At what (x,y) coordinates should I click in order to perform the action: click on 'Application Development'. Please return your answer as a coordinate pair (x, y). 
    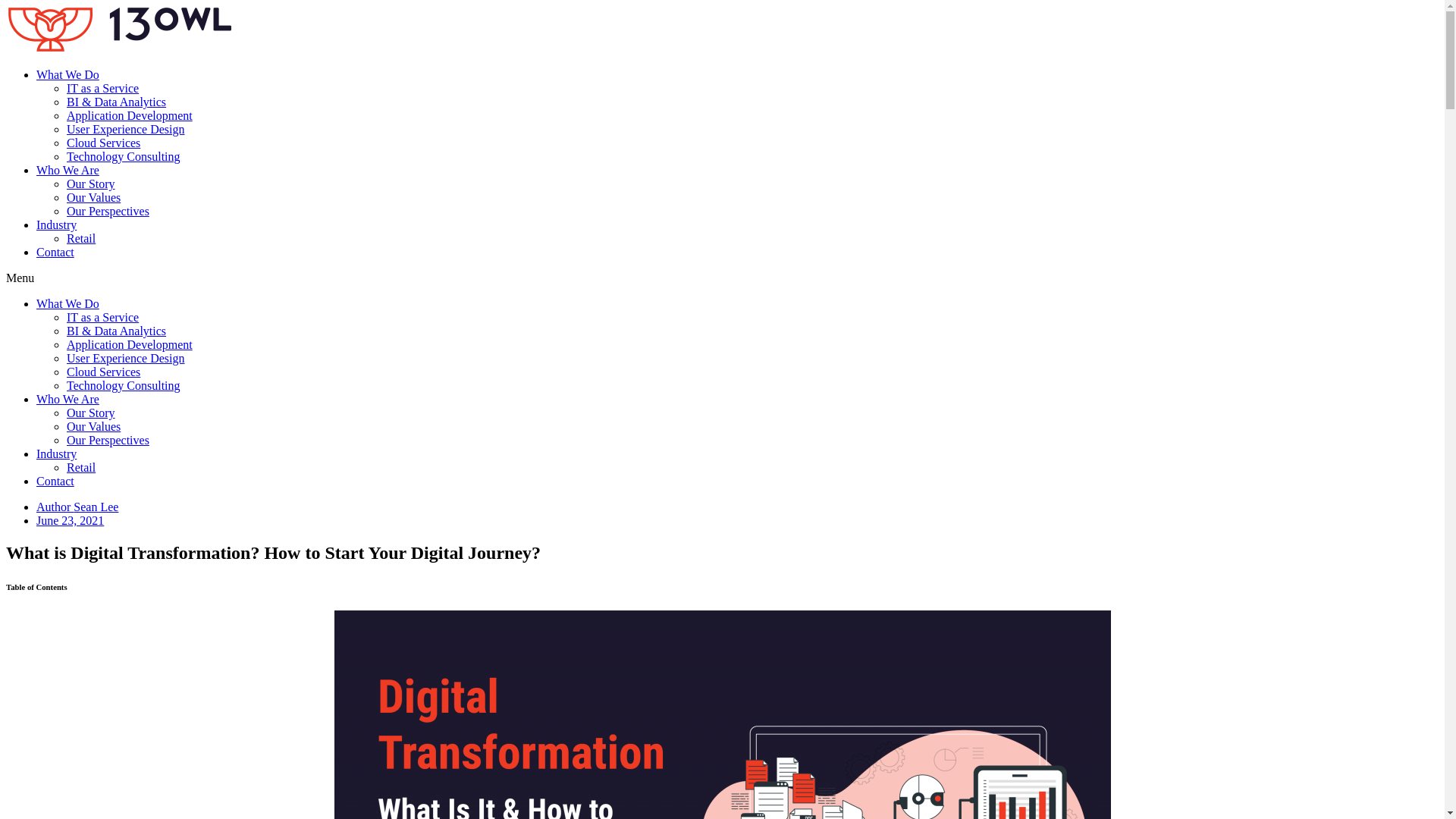
    Looking at the image, I should click on (65, 344).